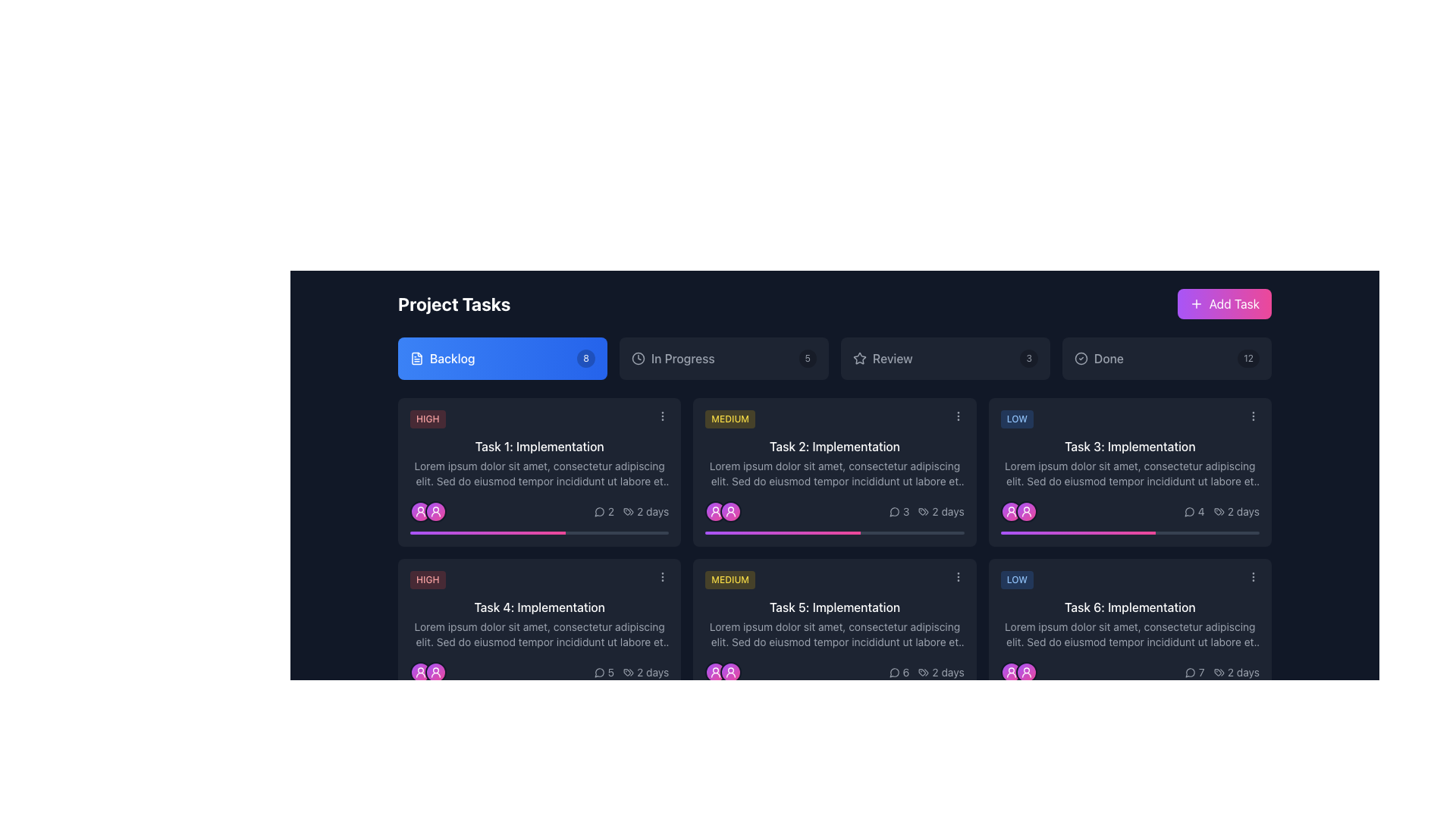  Describe the element at coordinates (730, 419) in the screenshot. I see `the 'MEDIUM' text label, which is a small, bold label with a translucent yellow background indicating task priority` at that location.